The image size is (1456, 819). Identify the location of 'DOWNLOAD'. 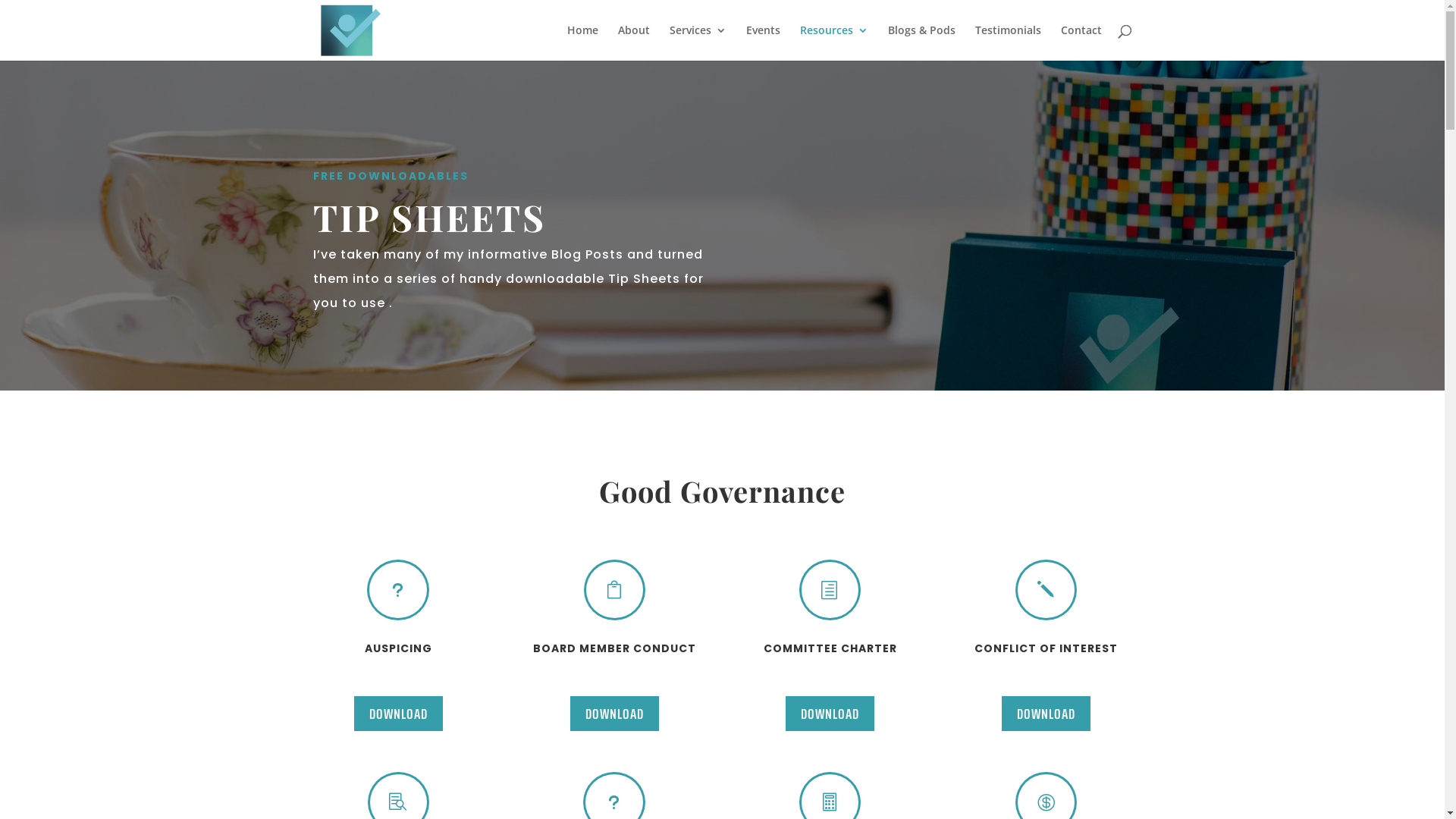
(398, 714).